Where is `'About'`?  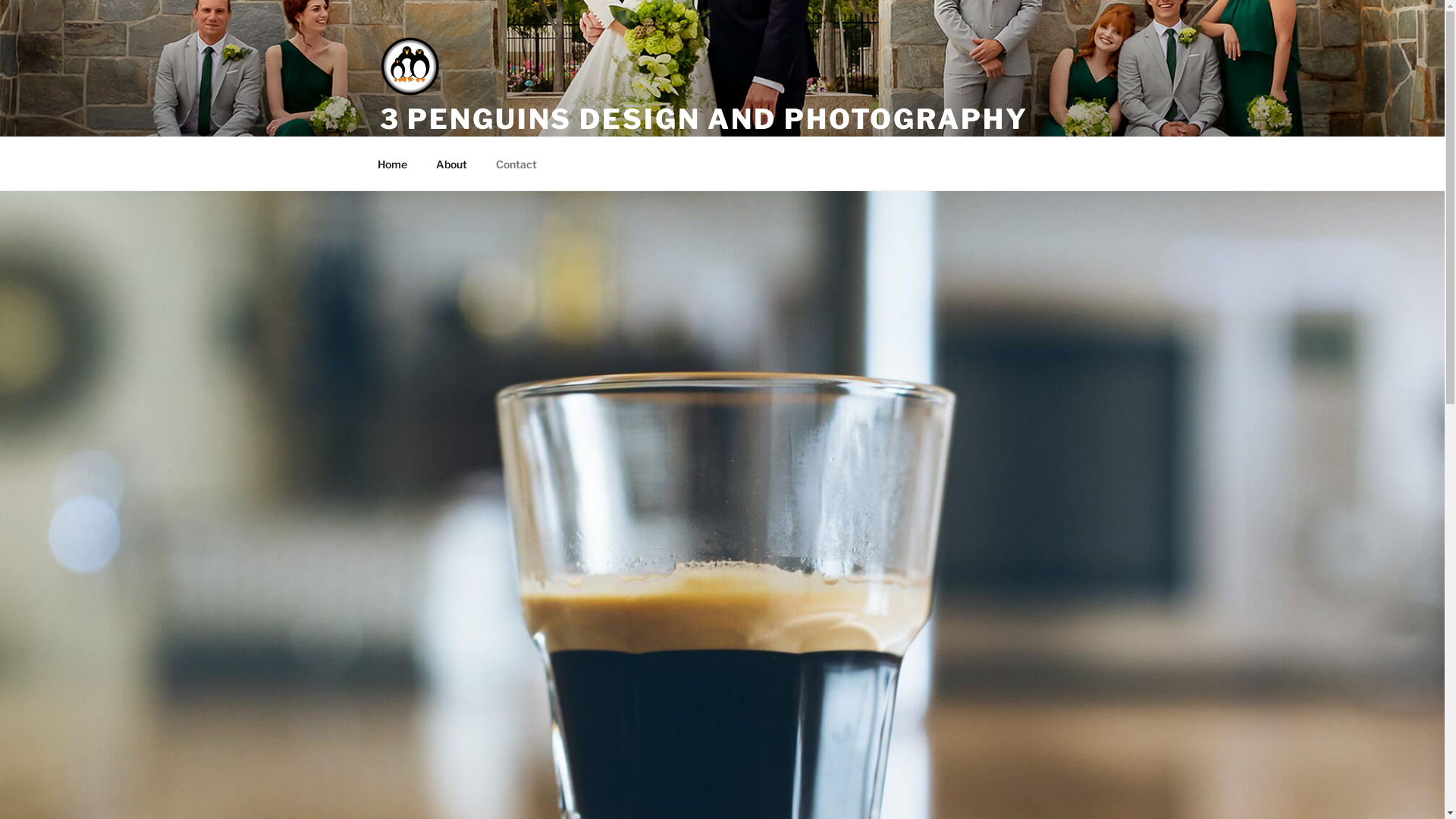
'About' is located at coordinates (450, 164).